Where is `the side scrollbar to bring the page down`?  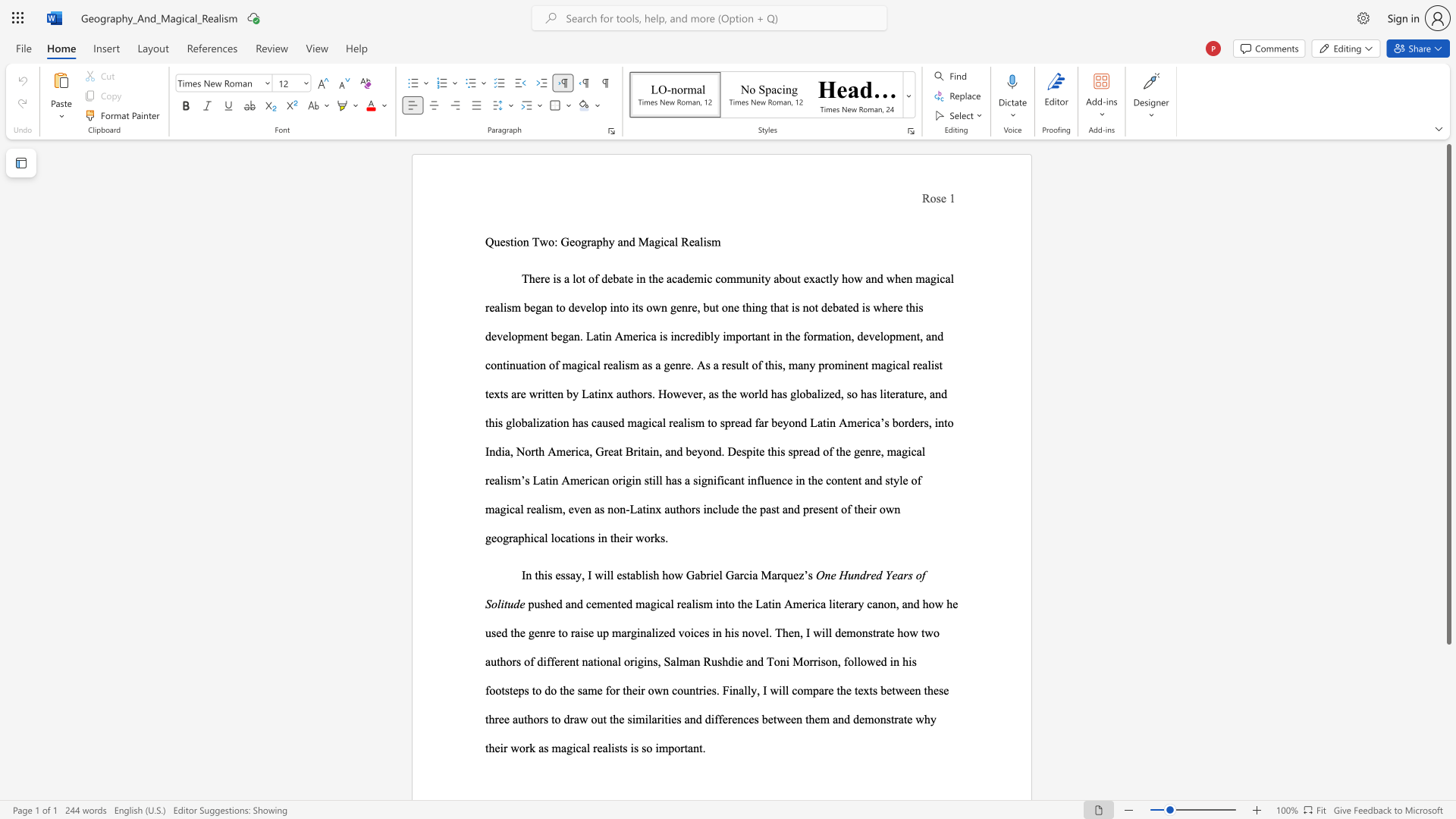 the side scrollbar to bring the page down is located at coordinates (1448, 766).